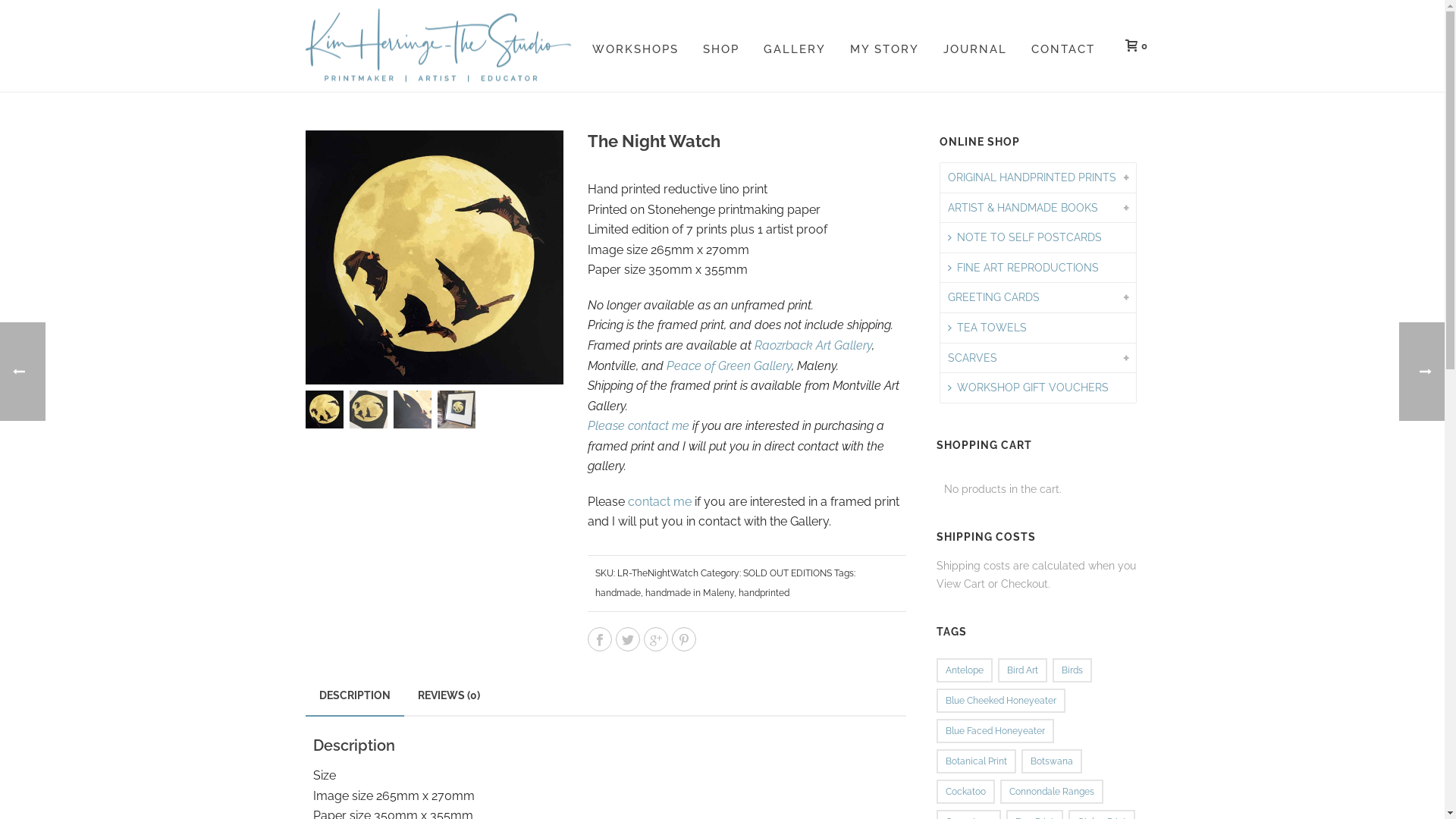 The image size is (1456, 819). Describe the element at coordinates (812, 345) in the screenshot. I see `'Raozrback Art Gallery'` at that location.